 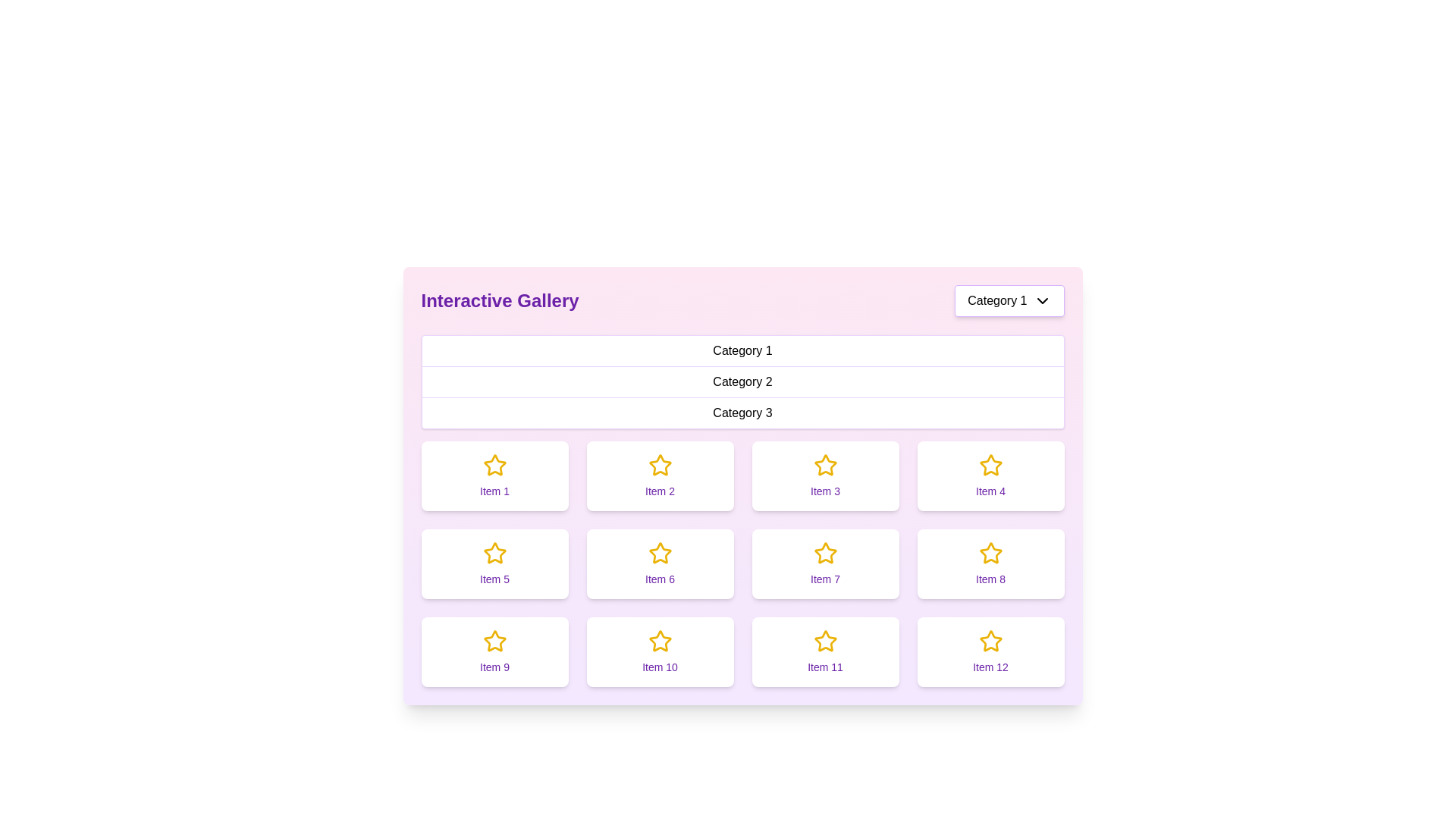 I want to click on the Star rating icon located in the third row and first column of the grid layout in the interactive gallery, above the label 'Item 9' for a special action, so click(x=494, y=641).